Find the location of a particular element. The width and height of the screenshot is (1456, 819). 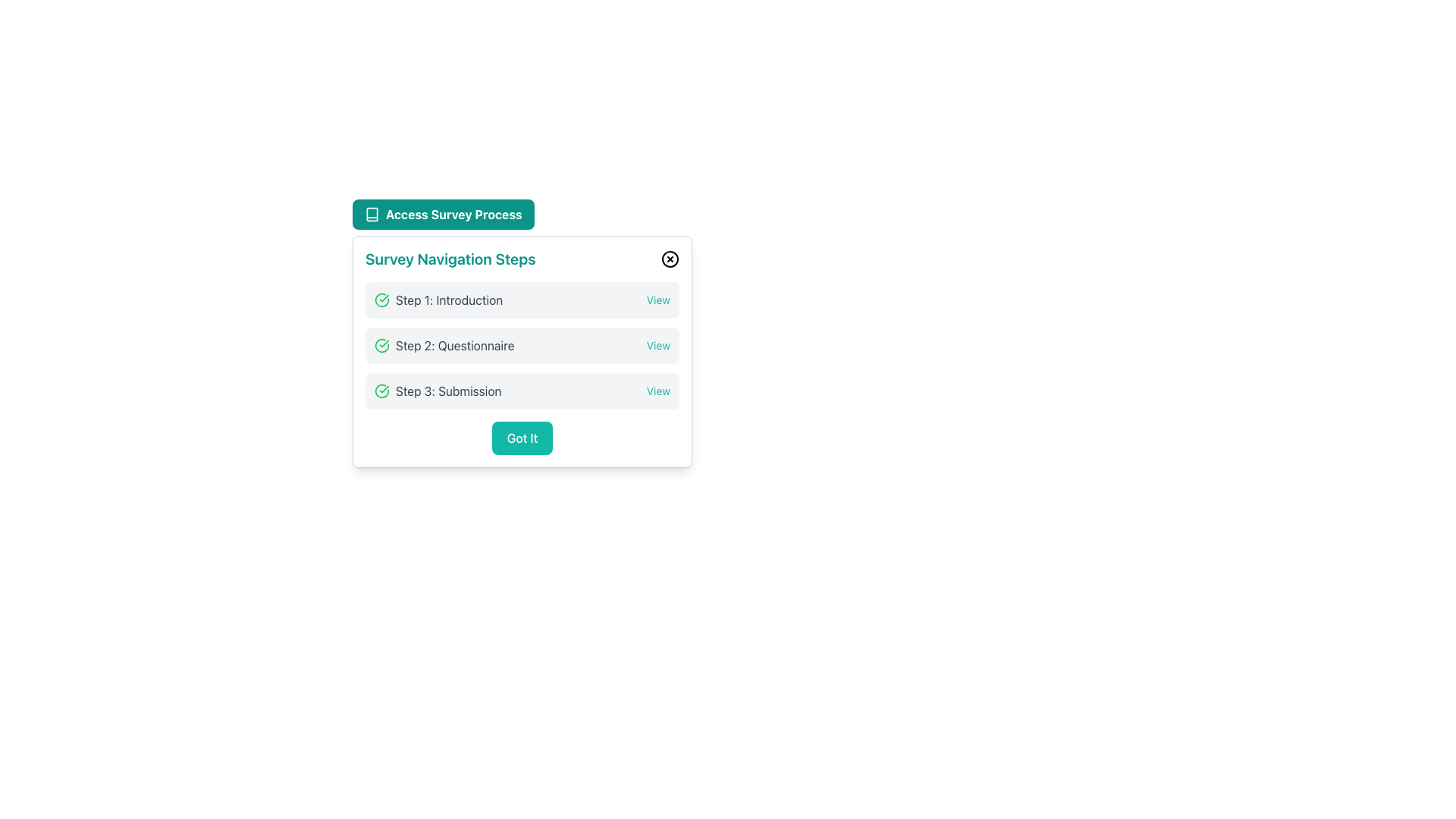

the confirmation button located at the bottom of the 'Survey Navigation Steps' panel to acknowledge completion of the information presented is located at coordinates (522, 438).